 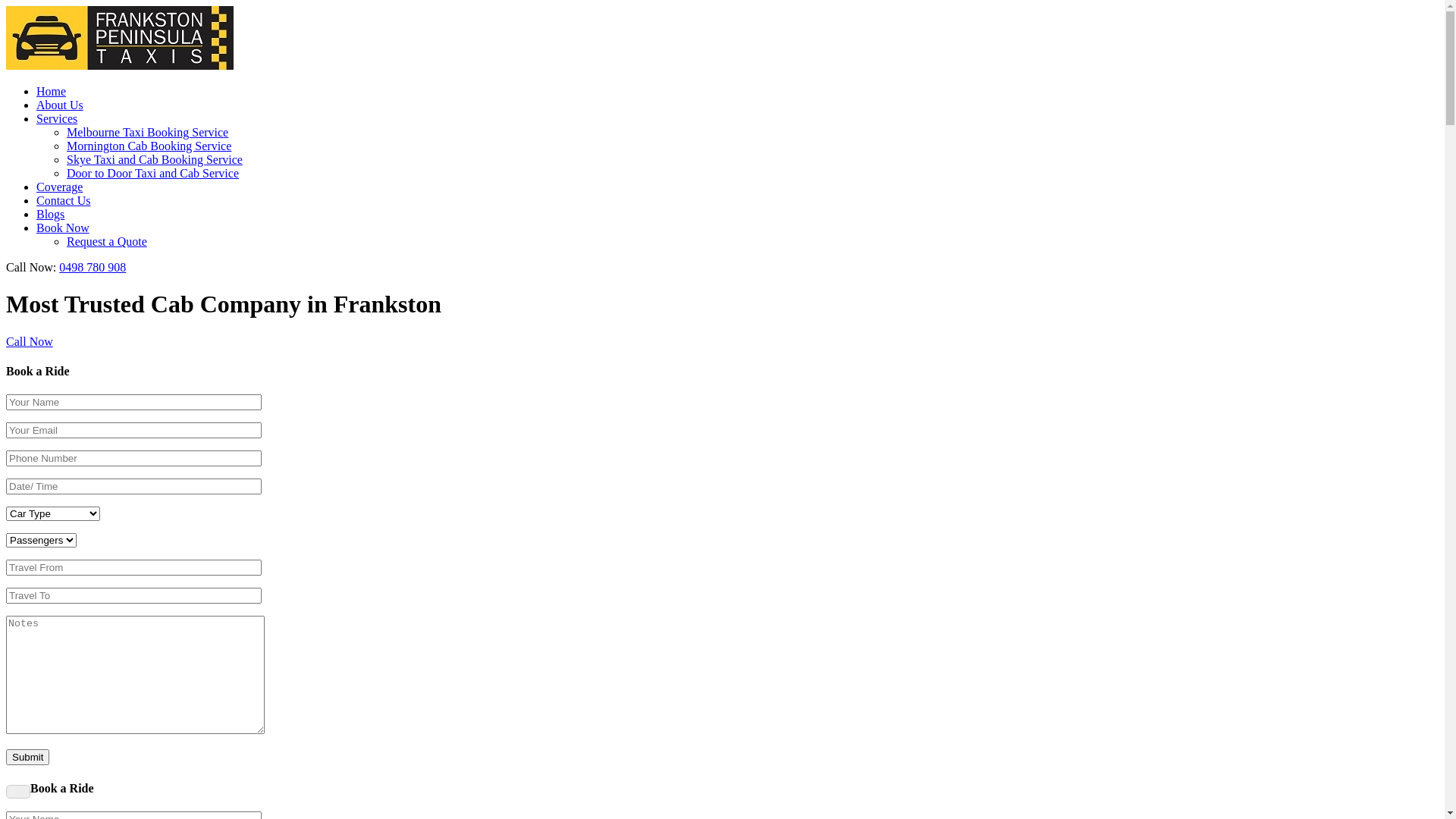 What do you see at coordinates (147, 131) in the screenshot?
I see `'Melbourne Taxi Booking Service'` at bounding box center [147, 131].